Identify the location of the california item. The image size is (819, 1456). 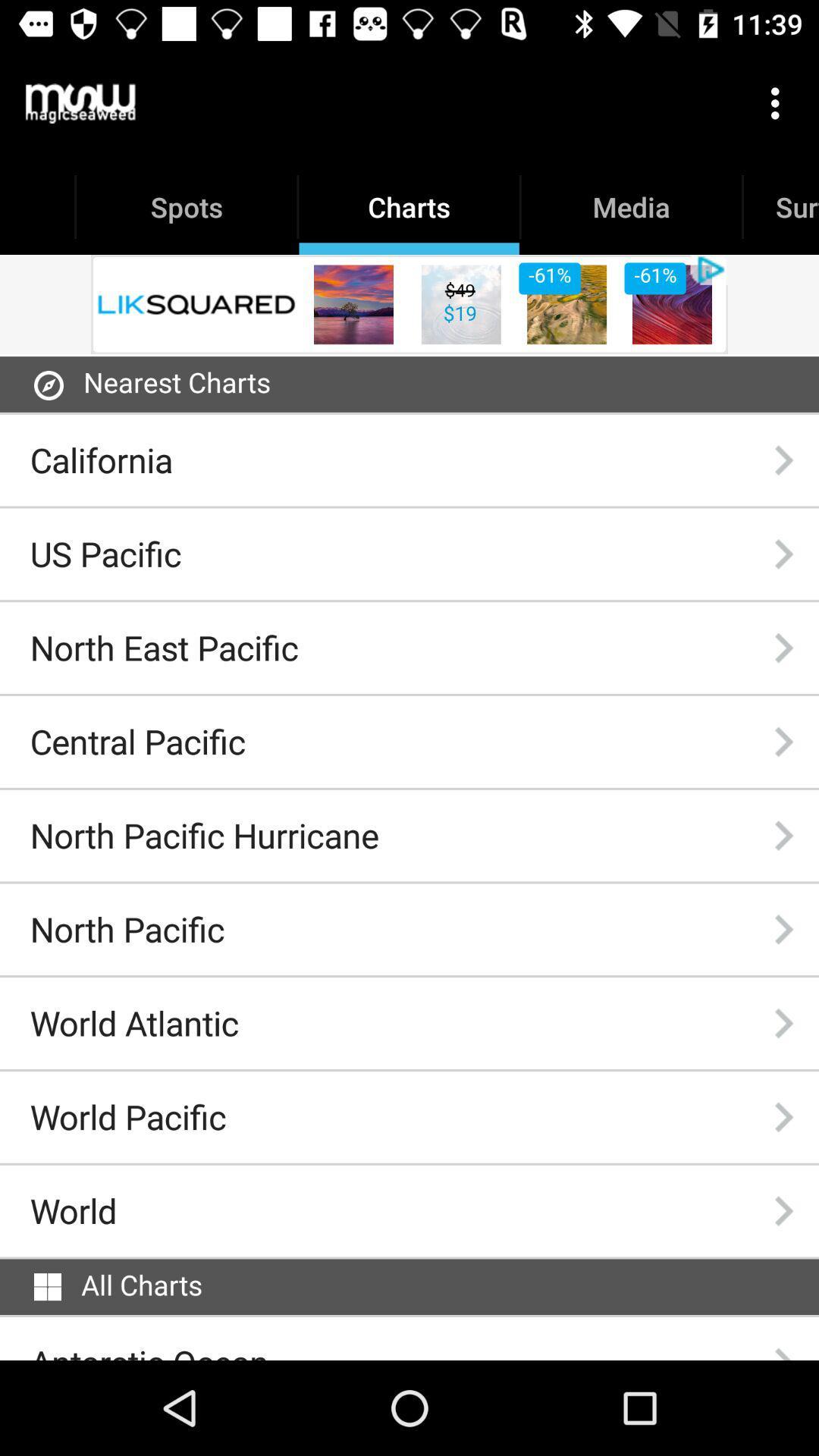
(101, 459).